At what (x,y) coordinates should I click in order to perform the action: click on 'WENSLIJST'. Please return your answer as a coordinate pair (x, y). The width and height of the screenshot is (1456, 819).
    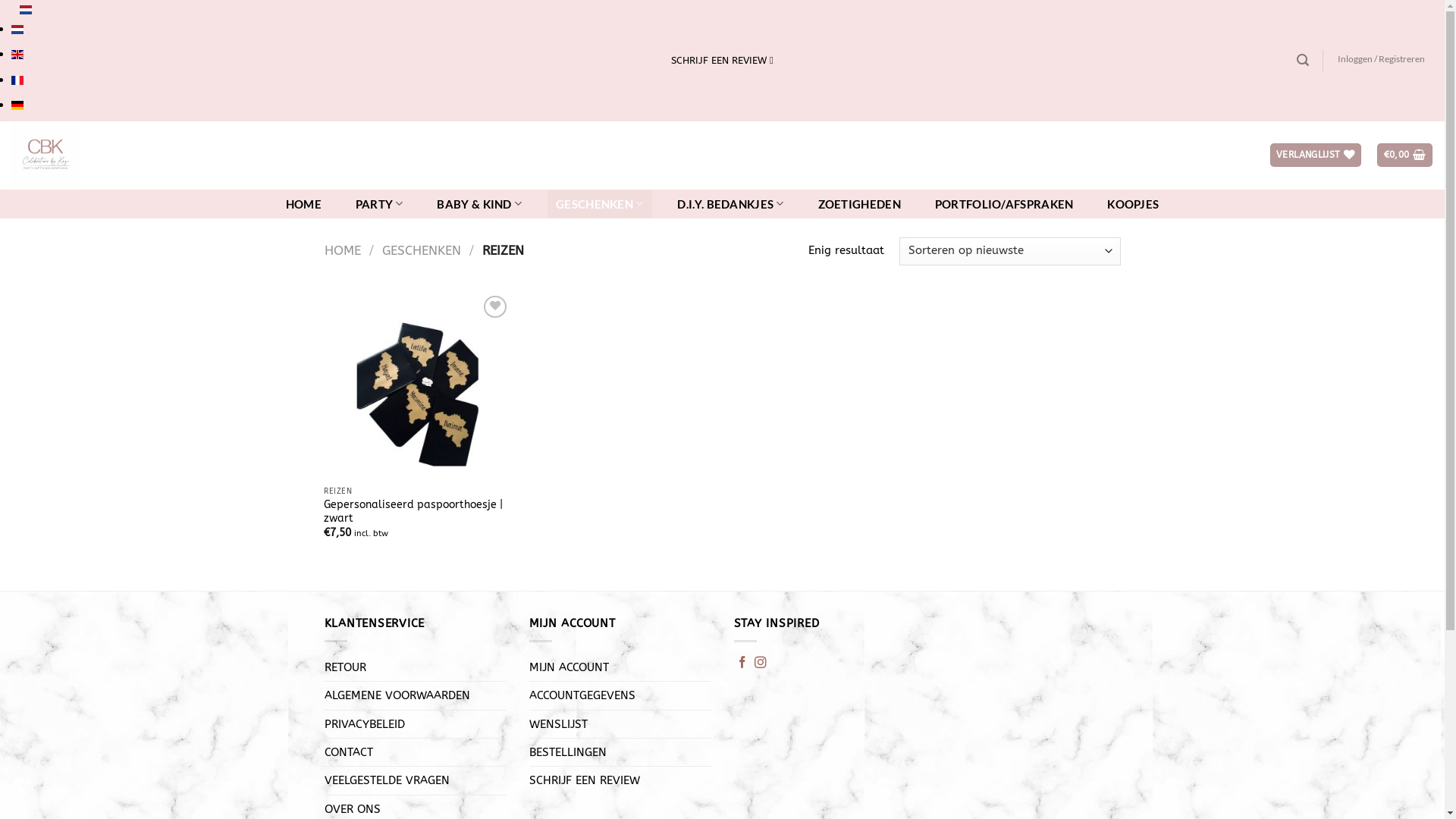
    Looking at the image, I should click on (557, 723).